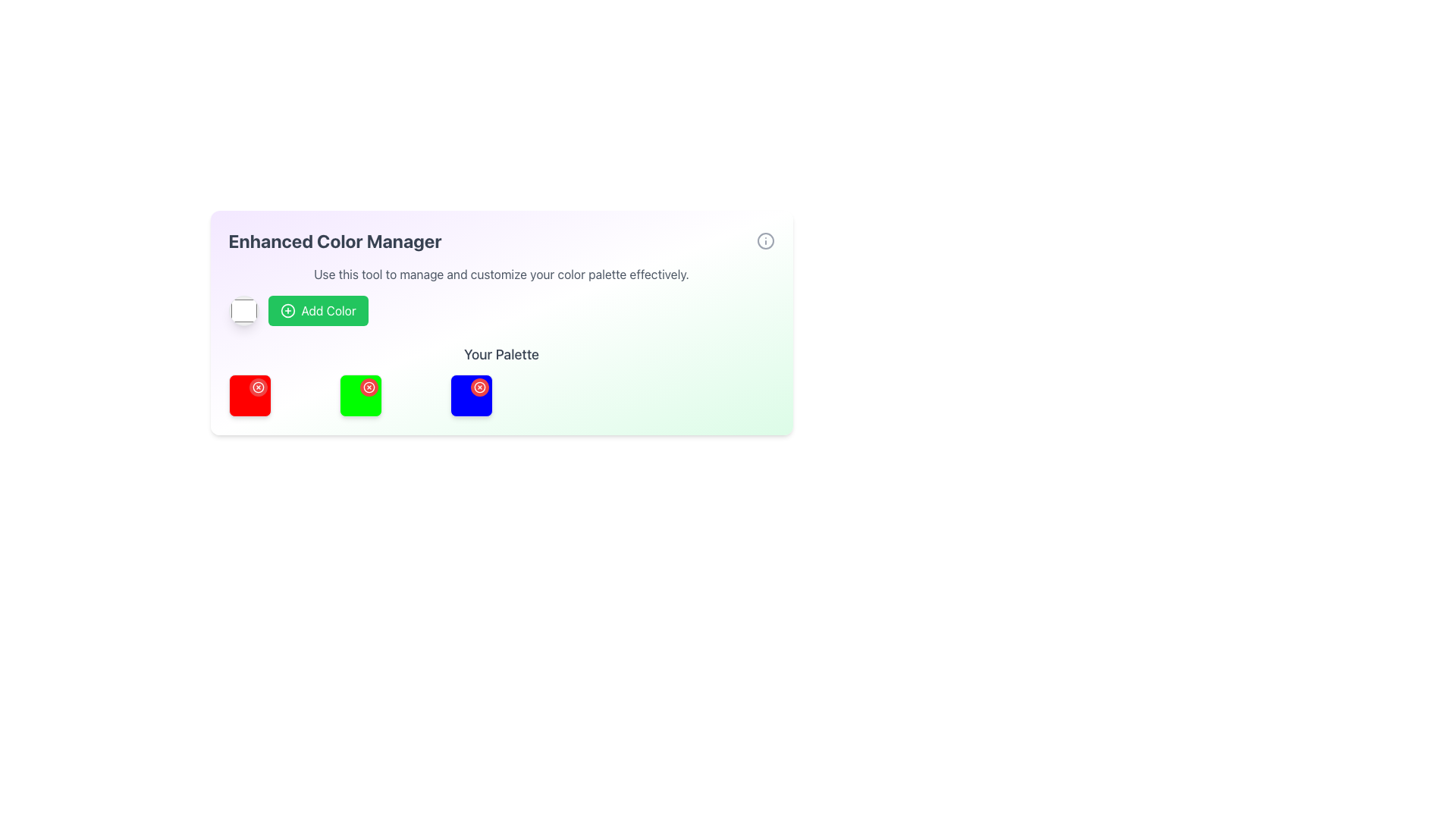 The image size is (1456, 819). Describe the element at coordinates (765, 240) in the screenshot. I see `the unfilled circular SVG element with a grey border located in the top-right corner of the interface` at that location.